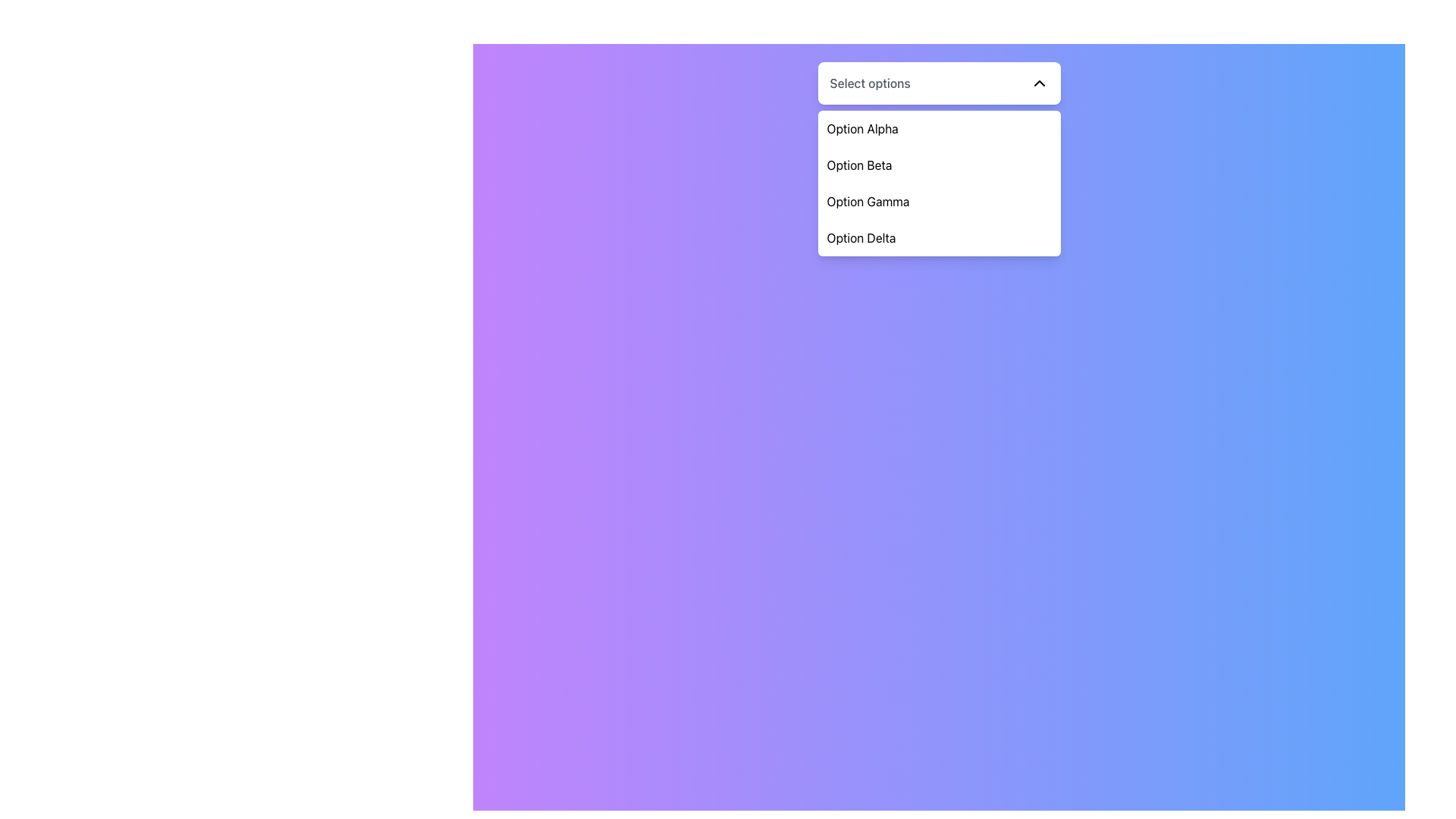 This screenshot has width=1456, height=819. I want to click on the fourth option in the dropdown menu, so click(861, 237).